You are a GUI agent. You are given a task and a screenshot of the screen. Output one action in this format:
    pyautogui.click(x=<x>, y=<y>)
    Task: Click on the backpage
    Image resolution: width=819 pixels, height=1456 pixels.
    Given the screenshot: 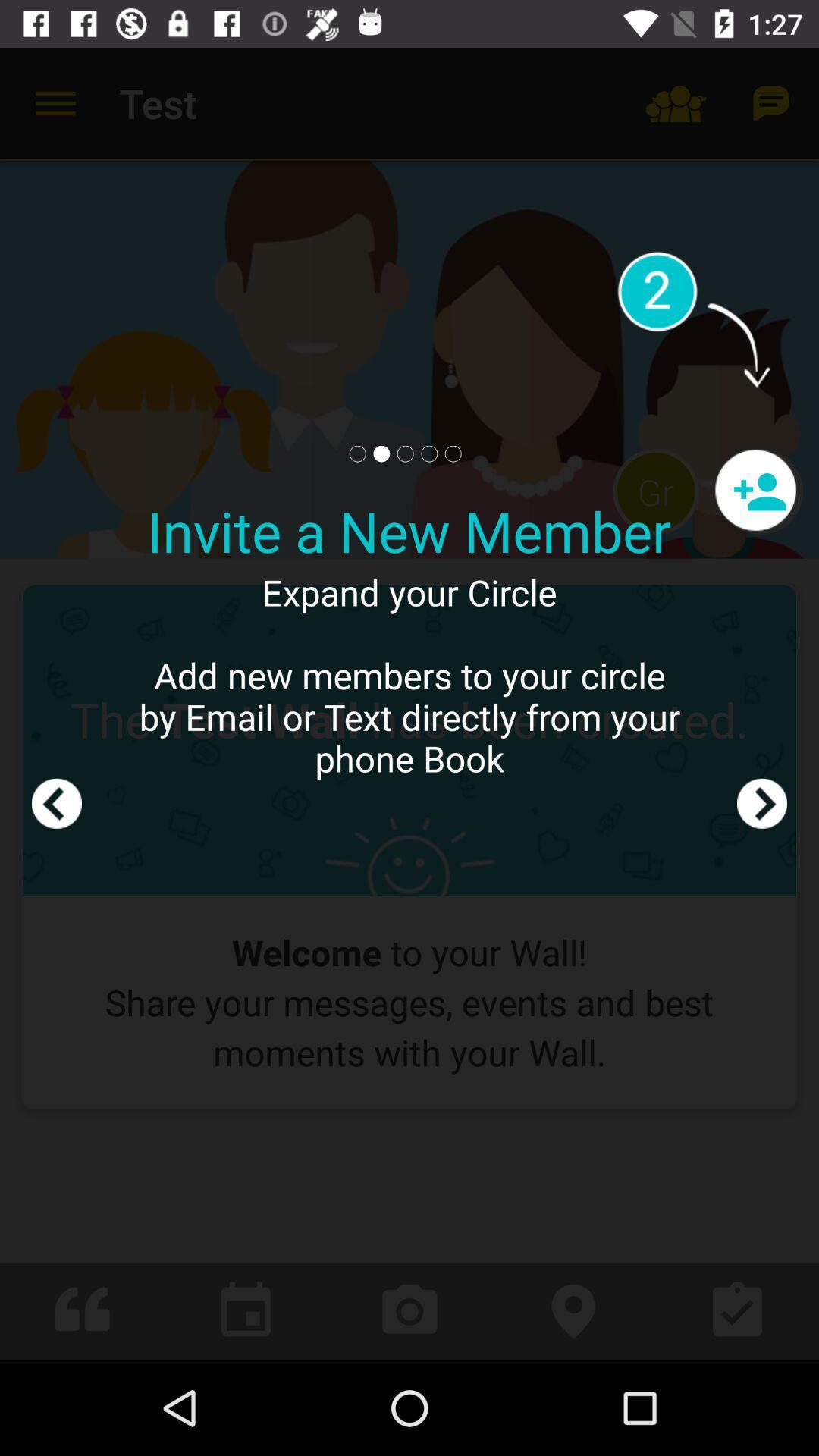 What is the action you would take?
    pyautogui.click(x=55, y=703)
    